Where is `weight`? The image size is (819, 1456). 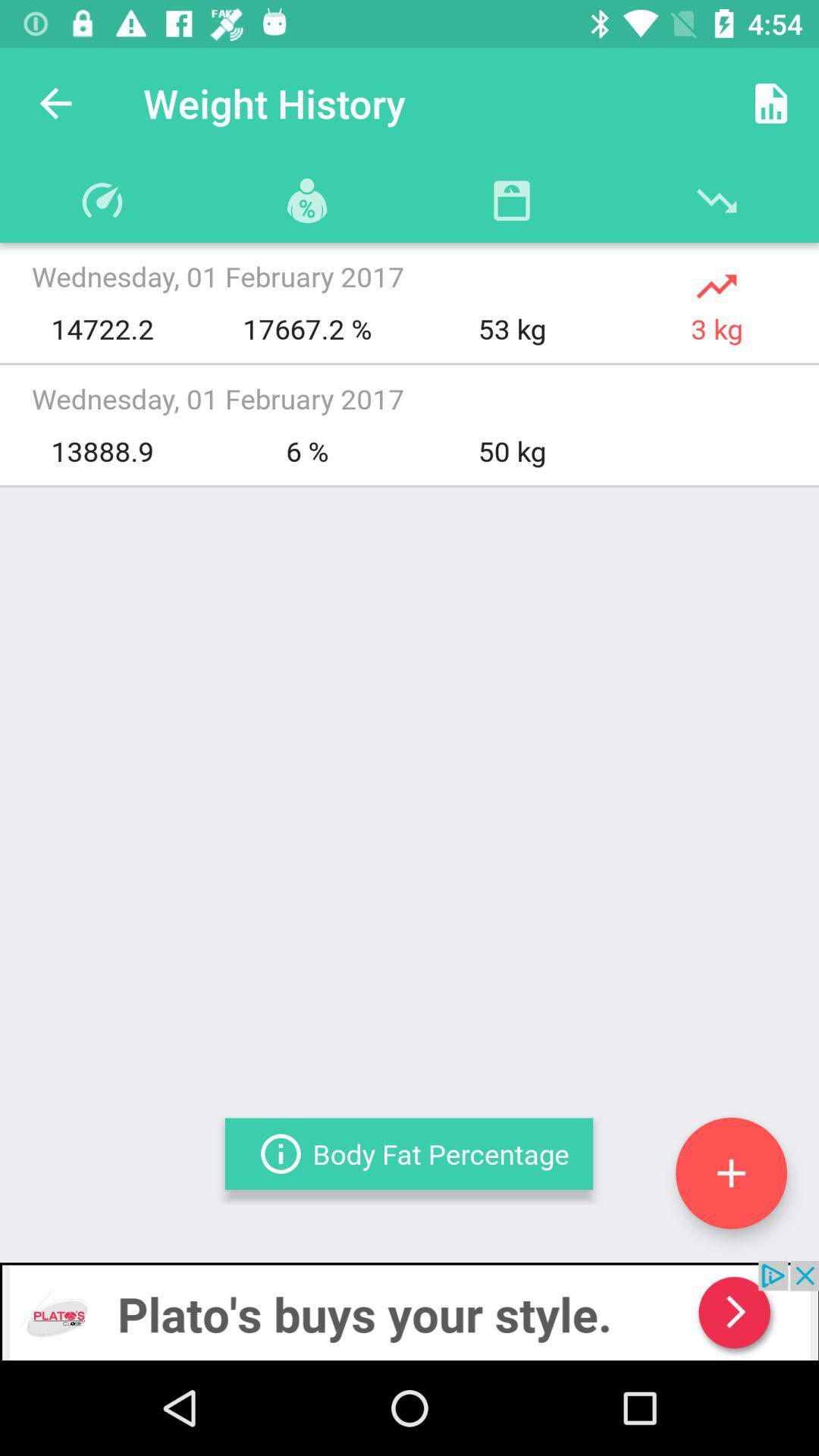
weight is located at coordinates (730, 1172).